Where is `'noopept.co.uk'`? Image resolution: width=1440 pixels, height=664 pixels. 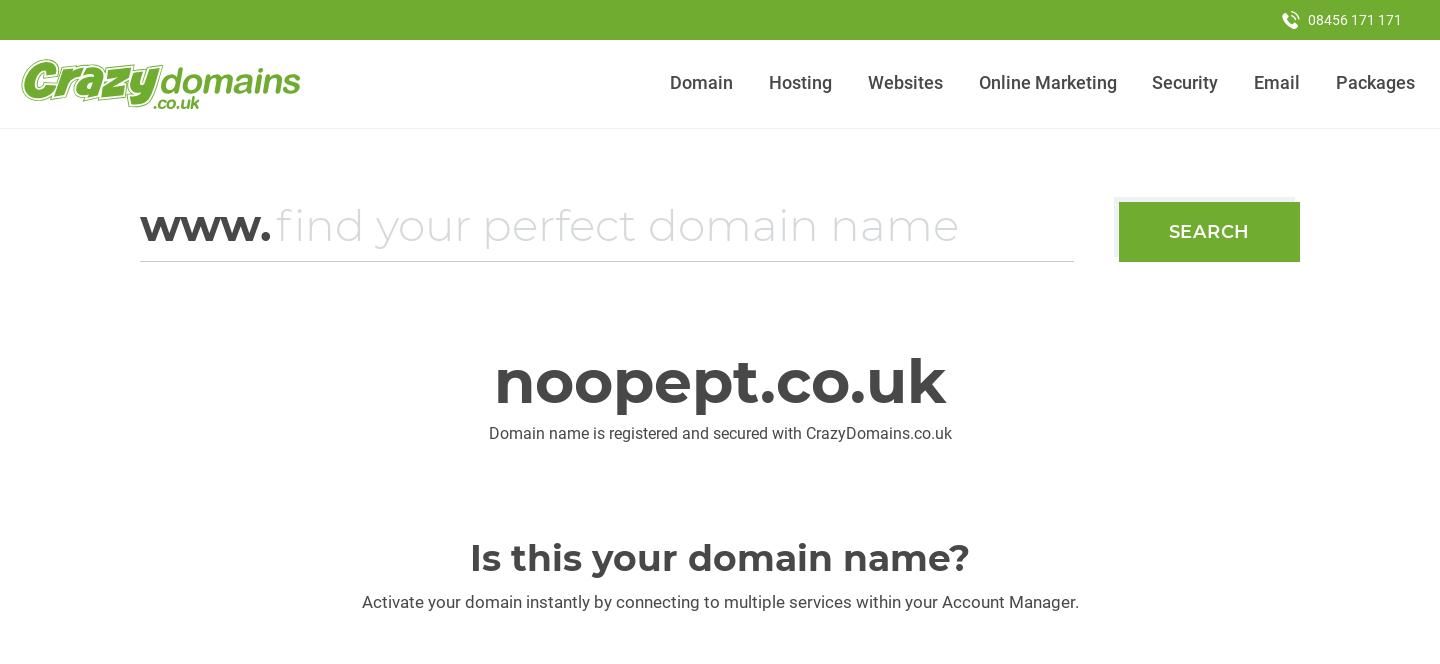
'noopept.co.uk' is located at coordinates (719, 380).